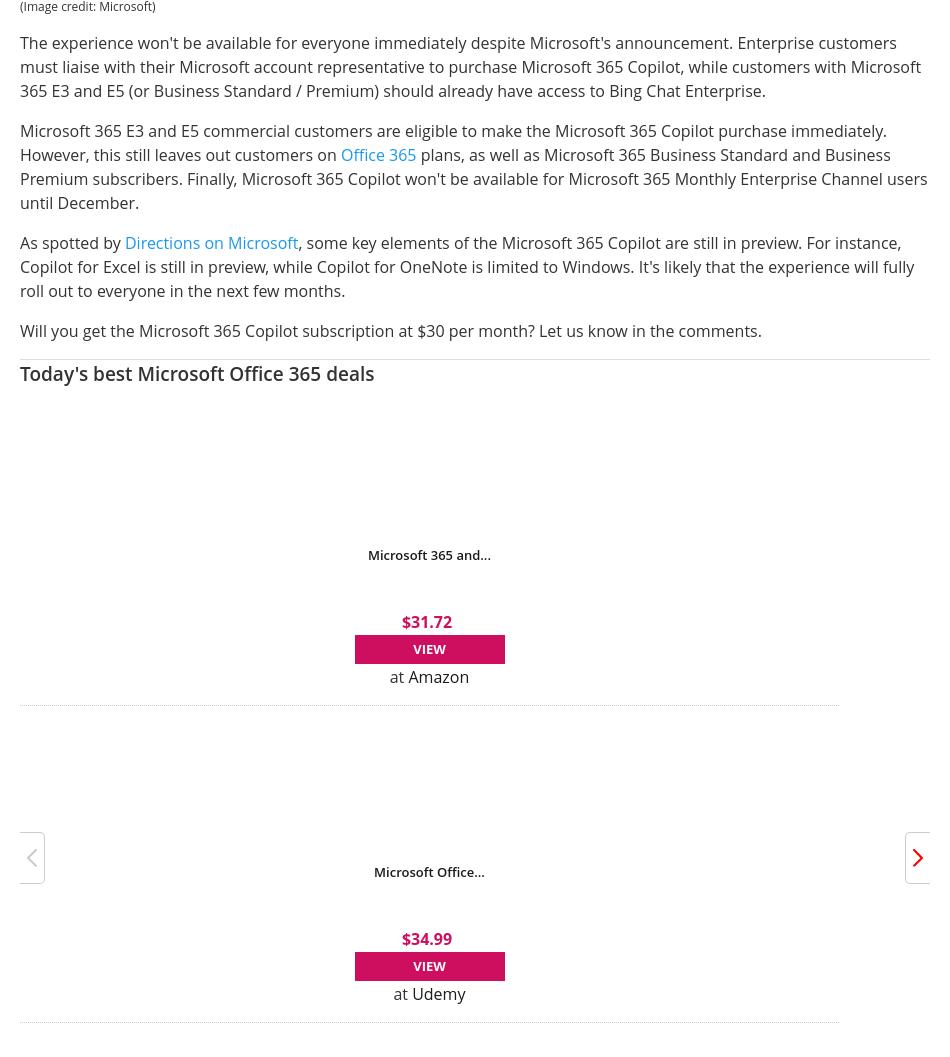 The width and height of the screenshot is (950, 1057). I want to click on 'Will you get the Microsoft 365 Copilot subscription at $30 per month? Let us know in the comments.', so click(389, 329).